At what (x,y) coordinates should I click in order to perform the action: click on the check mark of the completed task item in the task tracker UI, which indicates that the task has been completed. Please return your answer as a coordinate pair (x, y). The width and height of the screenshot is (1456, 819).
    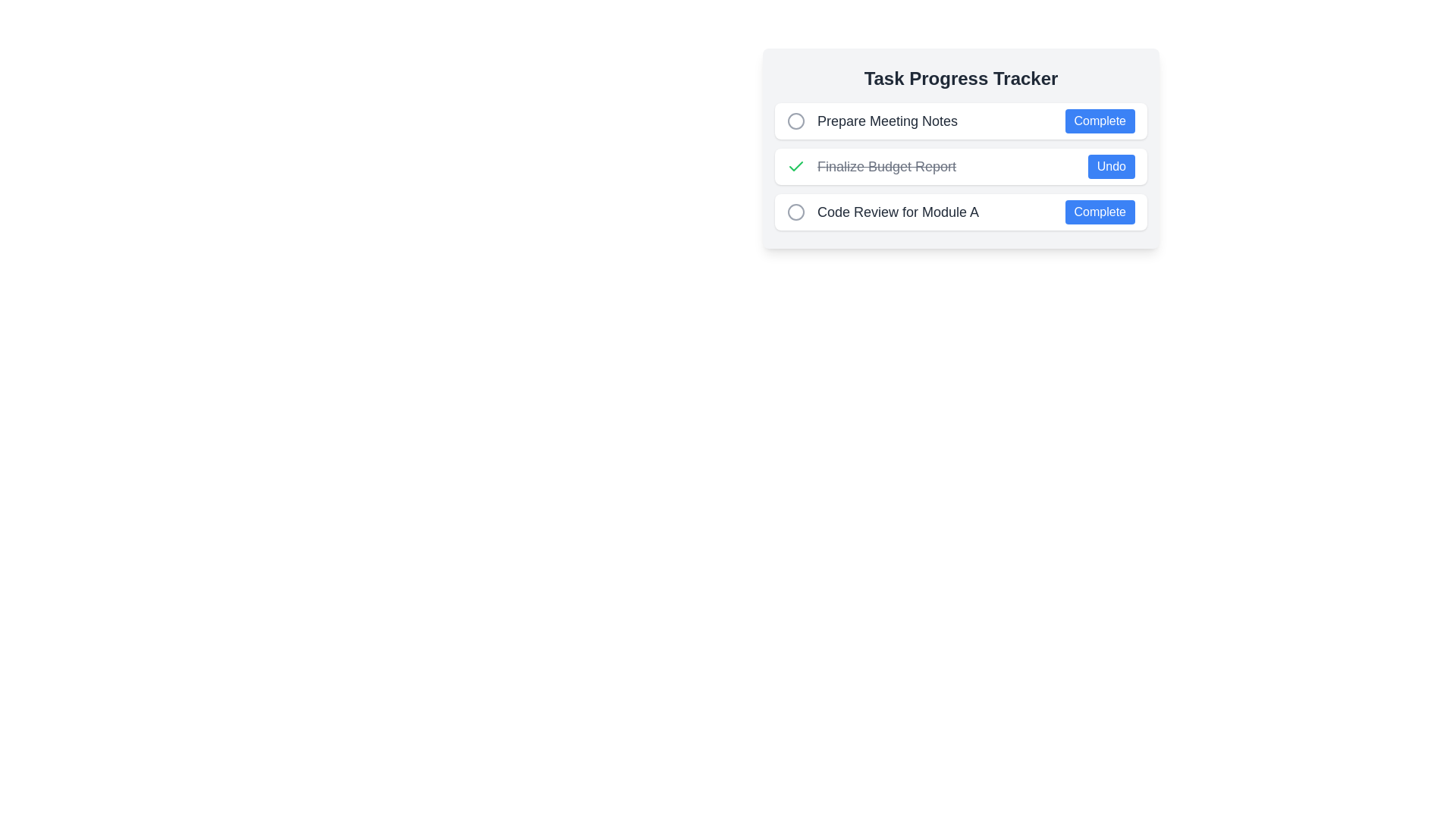
    Looking at the image, I should click on (960, 166).